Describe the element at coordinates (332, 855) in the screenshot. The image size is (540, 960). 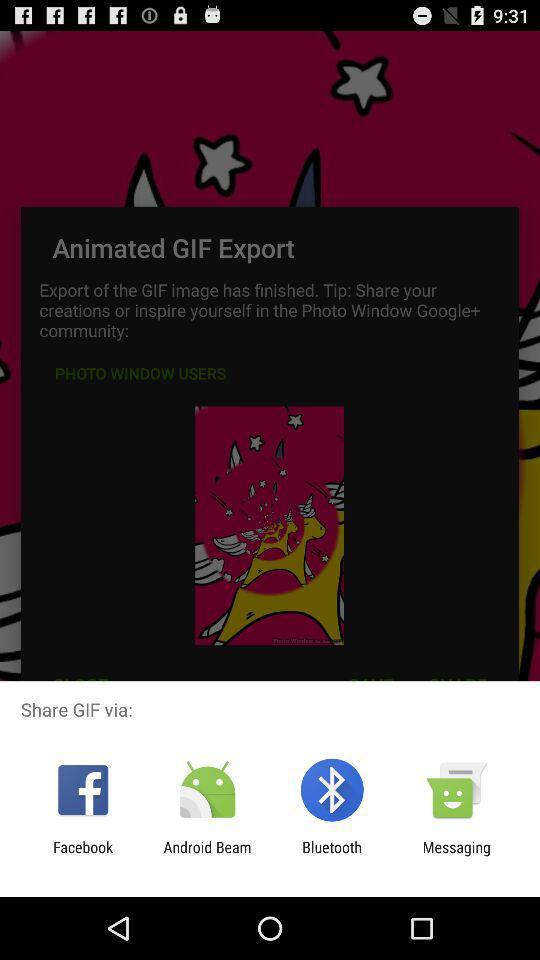
I see `the icon to the left of messaging` at that location.